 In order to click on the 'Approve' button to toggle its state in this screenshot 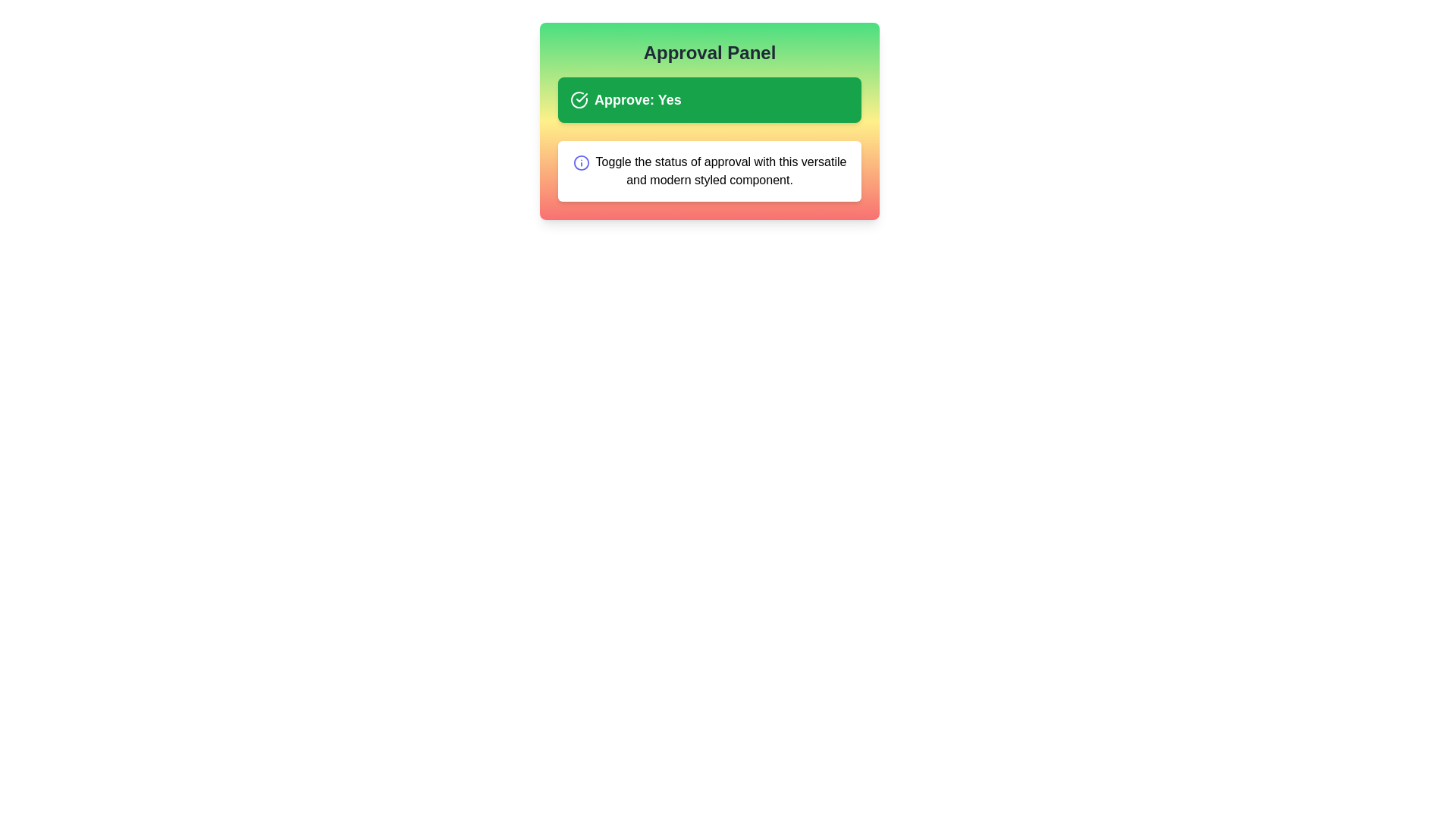, I will do `click(709, 99)`.